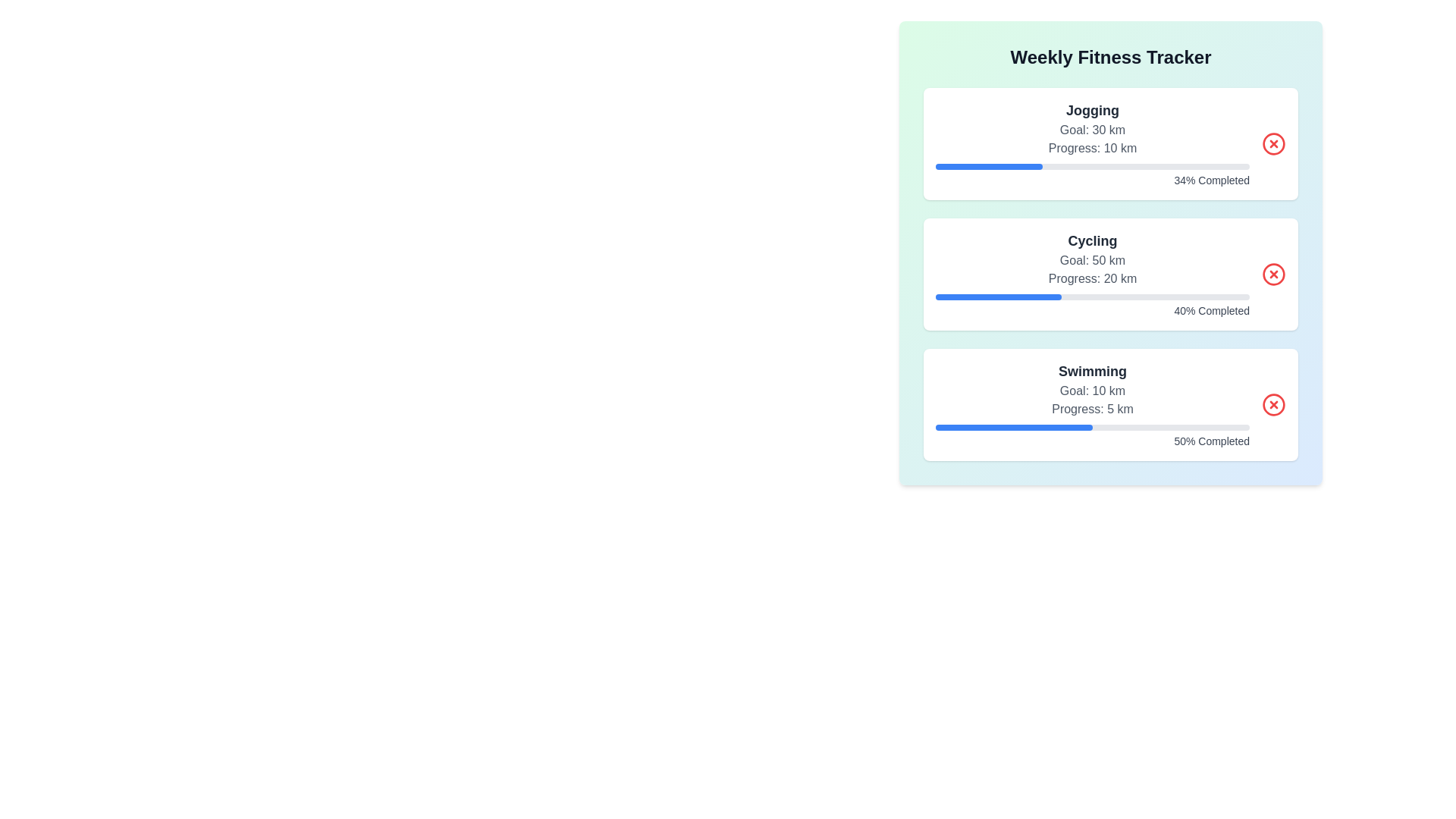 The height and width of the screenshot is (819, 1456). I want to click on progress bar on the third card titled 'Swimming' in the 'Weekly Fitness Tracker', which shows 50% completion towards the goal of 10 km, so click(1110, 403).